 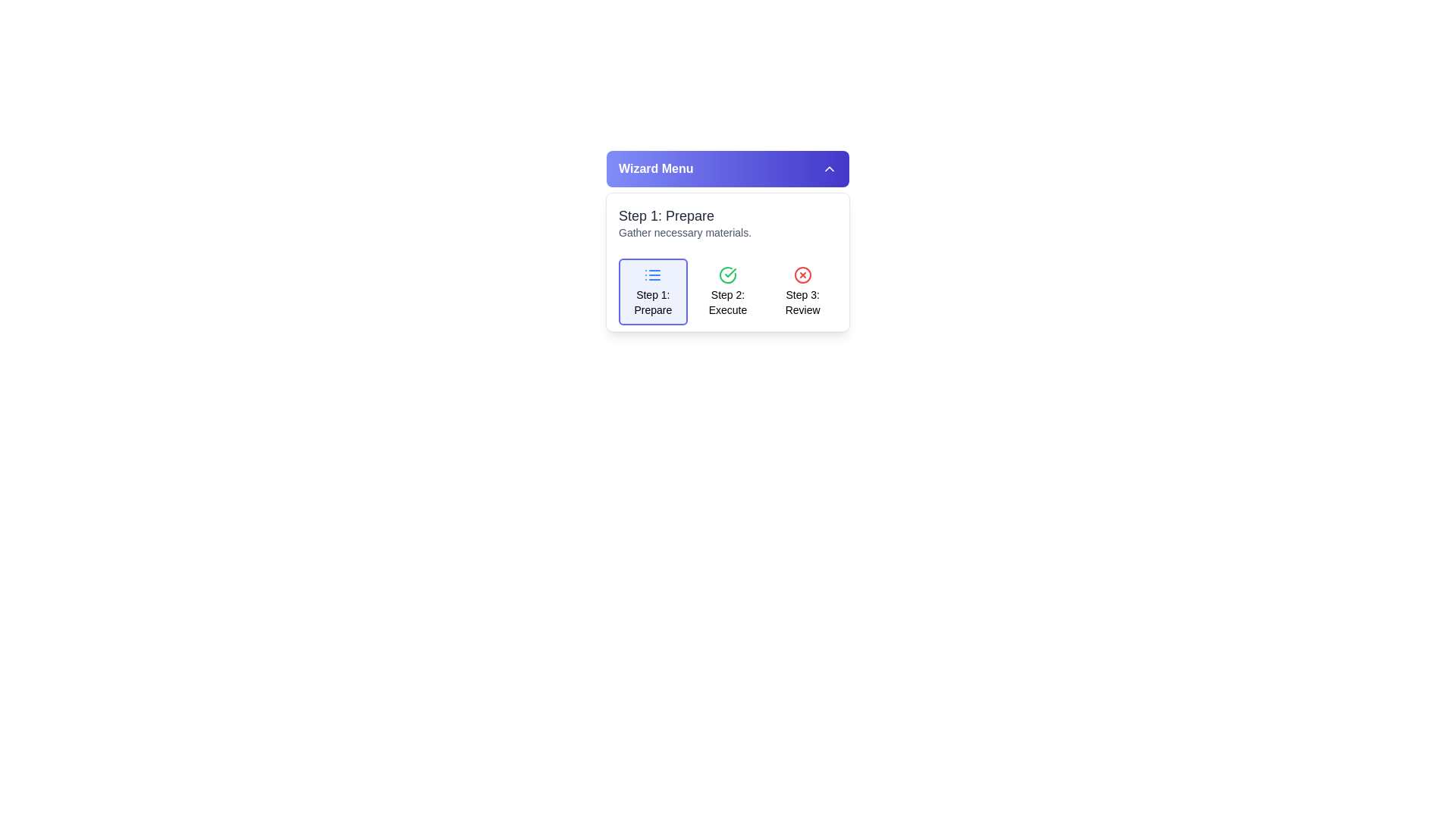 What do you see at coordinates (656, 169) in the screenshot?
I see `the 'Wizard Menu' label, which is a bold white text label against a gradient background, located towards the left side of the top section of the interface` at bounding box center [656, 169].